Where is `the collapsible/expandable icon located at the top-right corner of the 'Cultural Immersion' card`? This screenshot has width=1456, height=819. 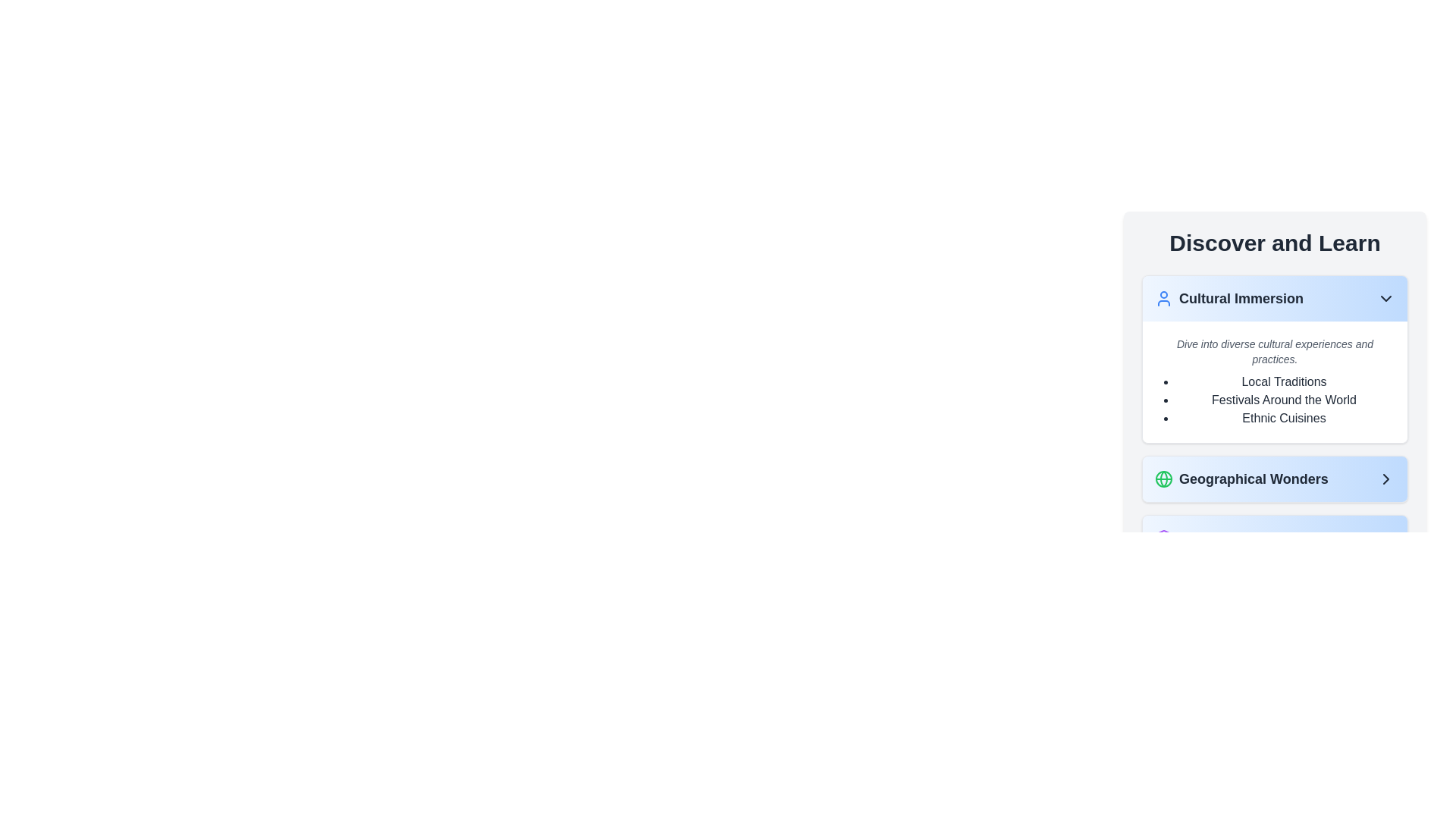 the collapsible/expandable icon located at the top-right corner of the 'Cultural Immersion' card is located at coordinates (1386, 298).